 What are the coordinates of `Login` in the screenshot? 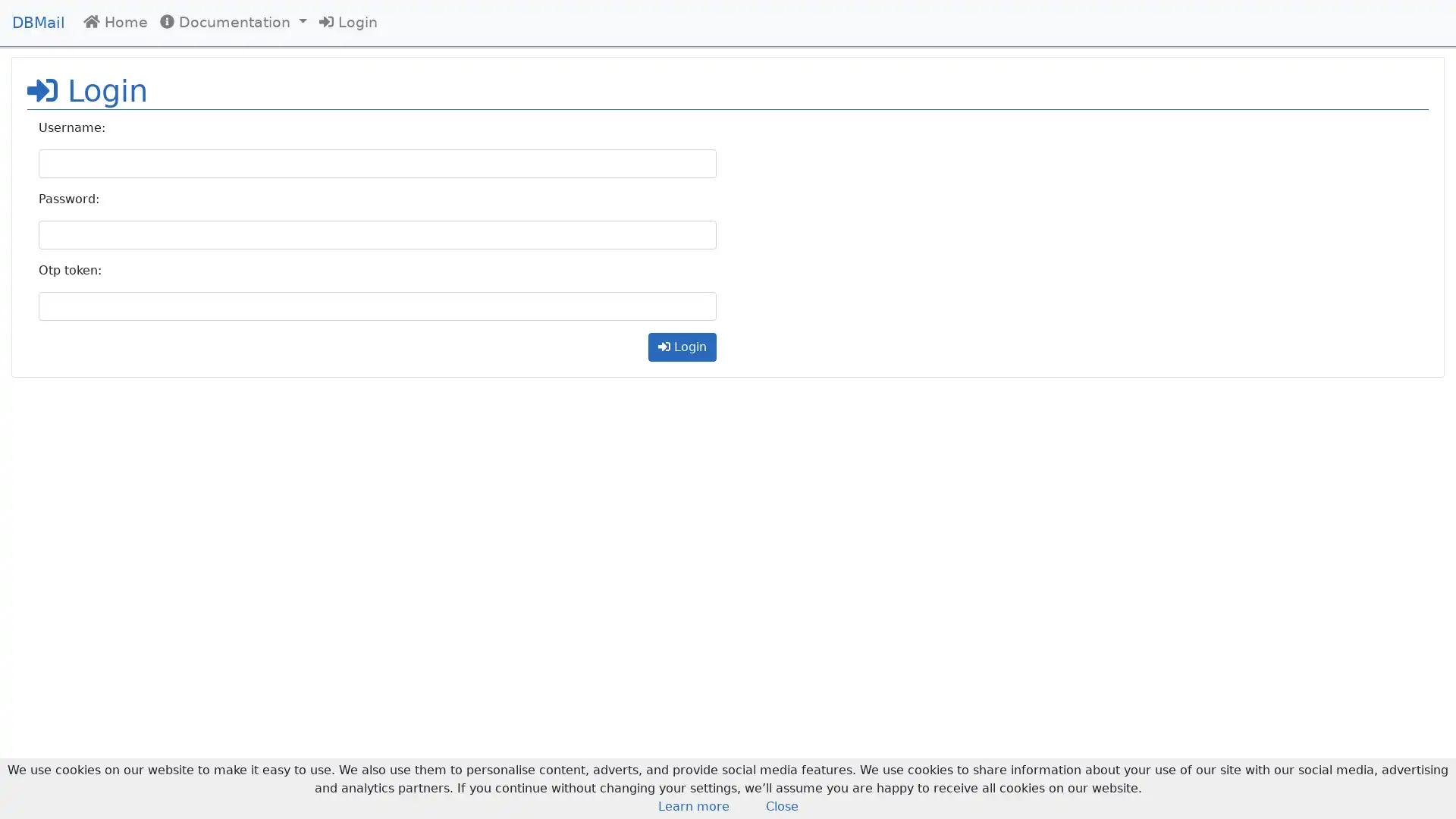 It's located at (682, 347).